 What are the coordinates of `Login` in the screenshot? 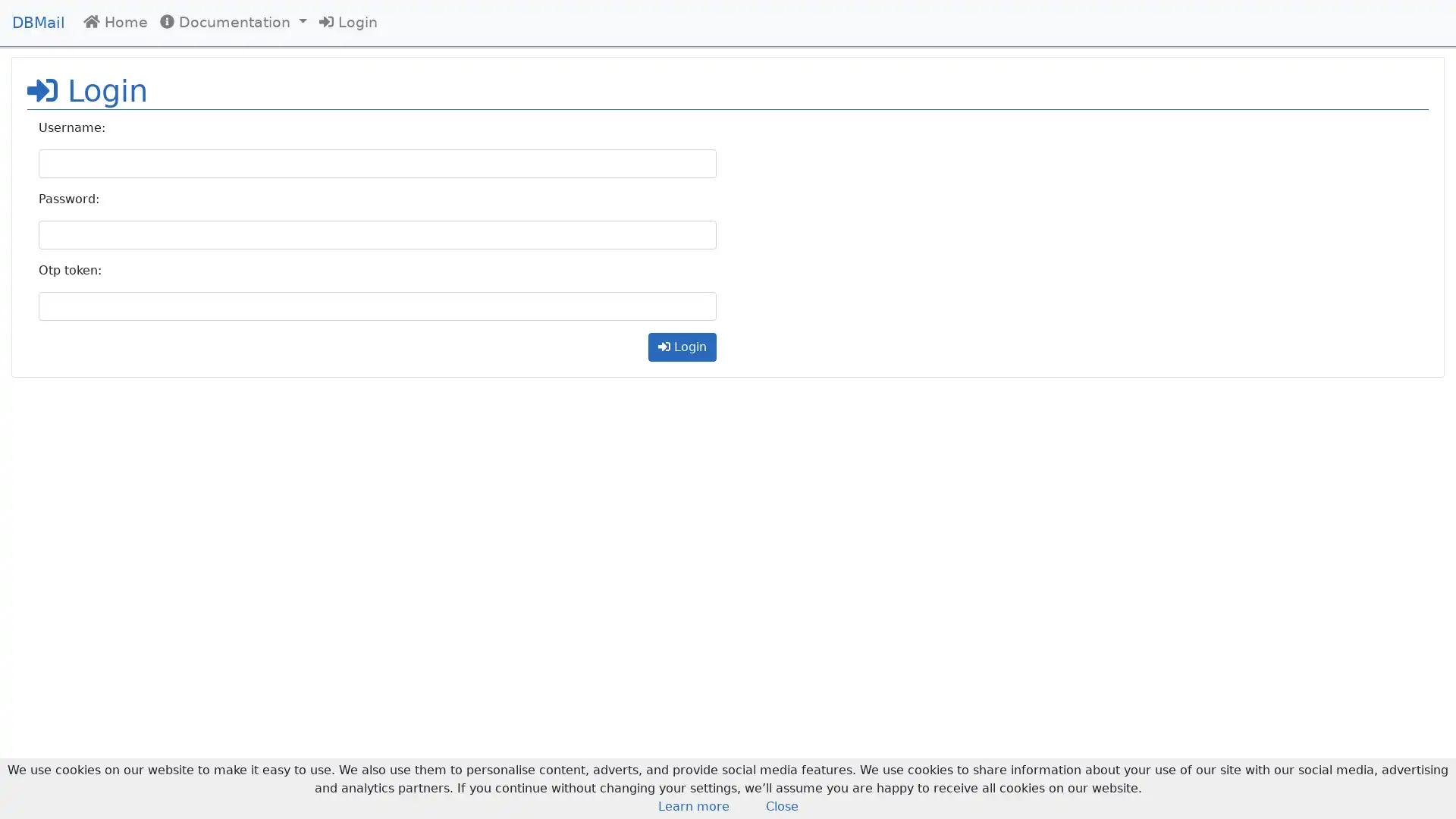 It's located at (682, 347).